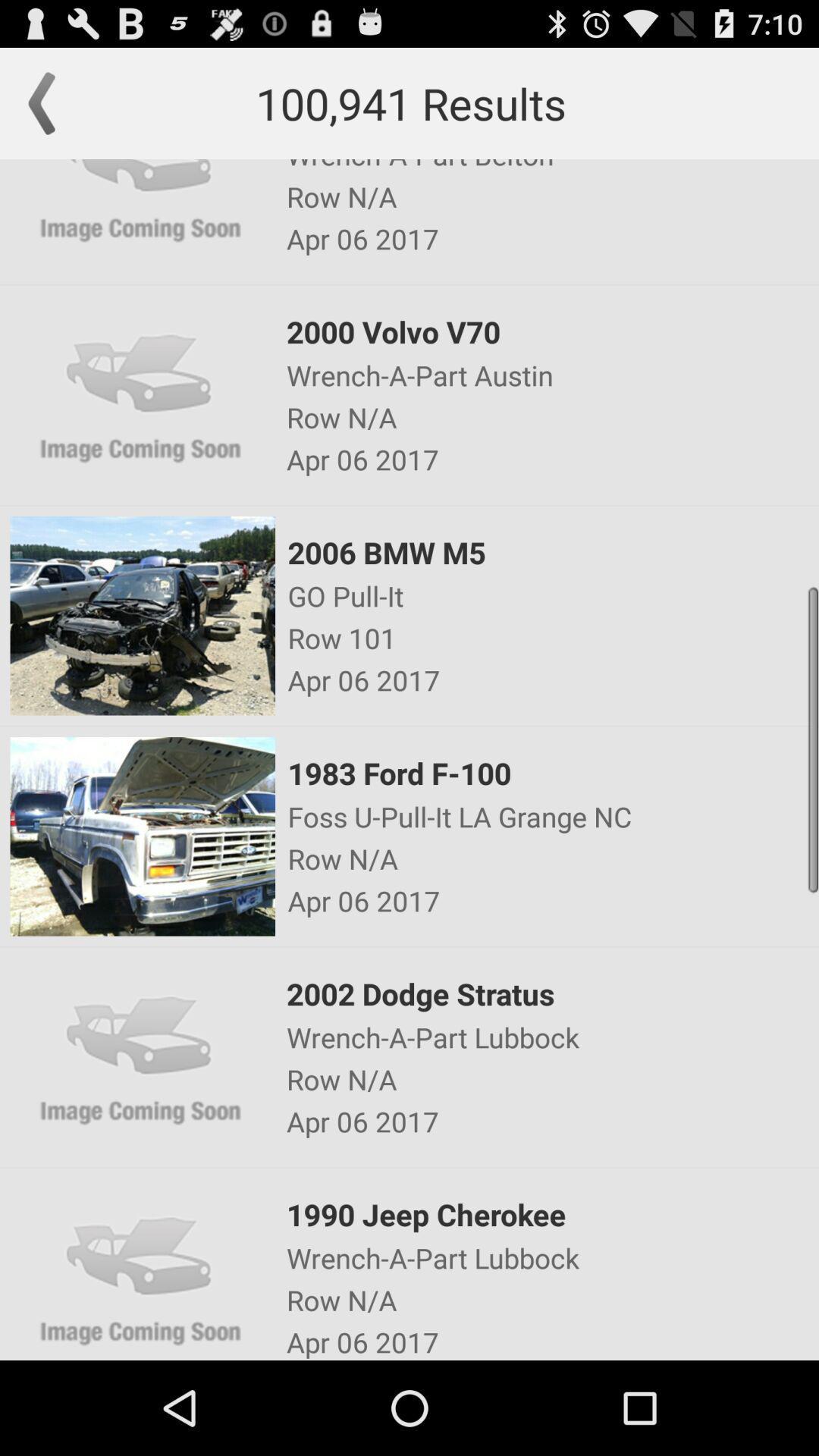 The width and height of the screenshot is (819, 1456). What do you see at coordinates (551, 993) in the screenshot?
I see `the icon above the wrench a part icon` at bounding box center [551, 993].